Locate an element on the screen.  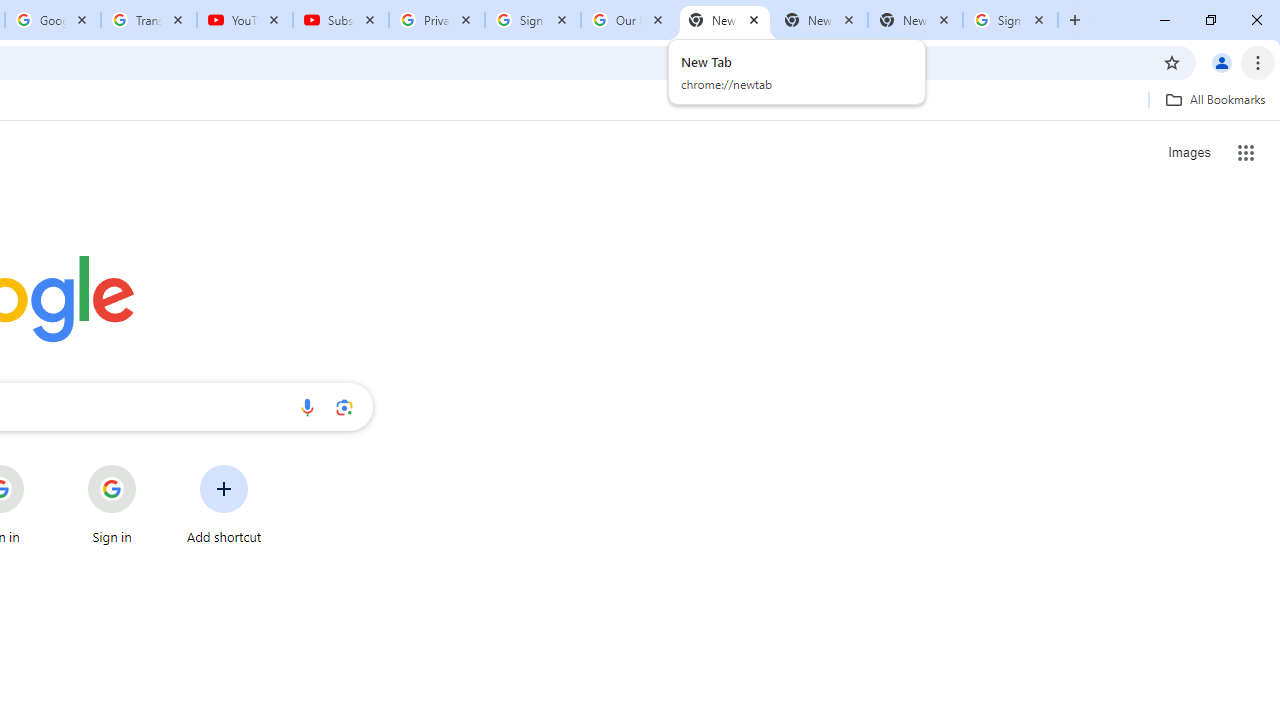
'Search for Images ' is located at coordinates (1189, 152).